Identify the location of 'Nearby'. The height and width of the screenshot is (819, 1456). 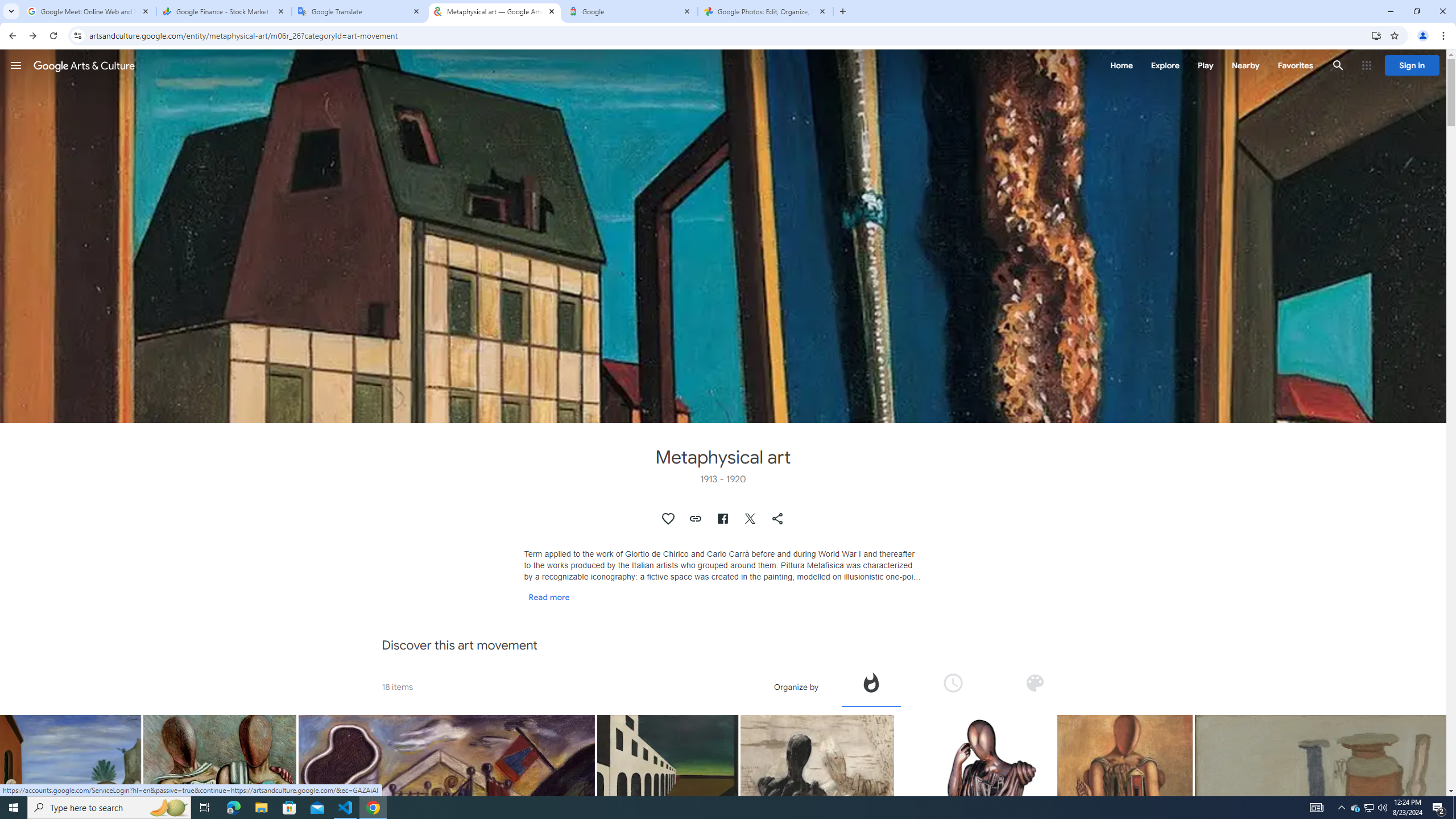
(1244, 65).